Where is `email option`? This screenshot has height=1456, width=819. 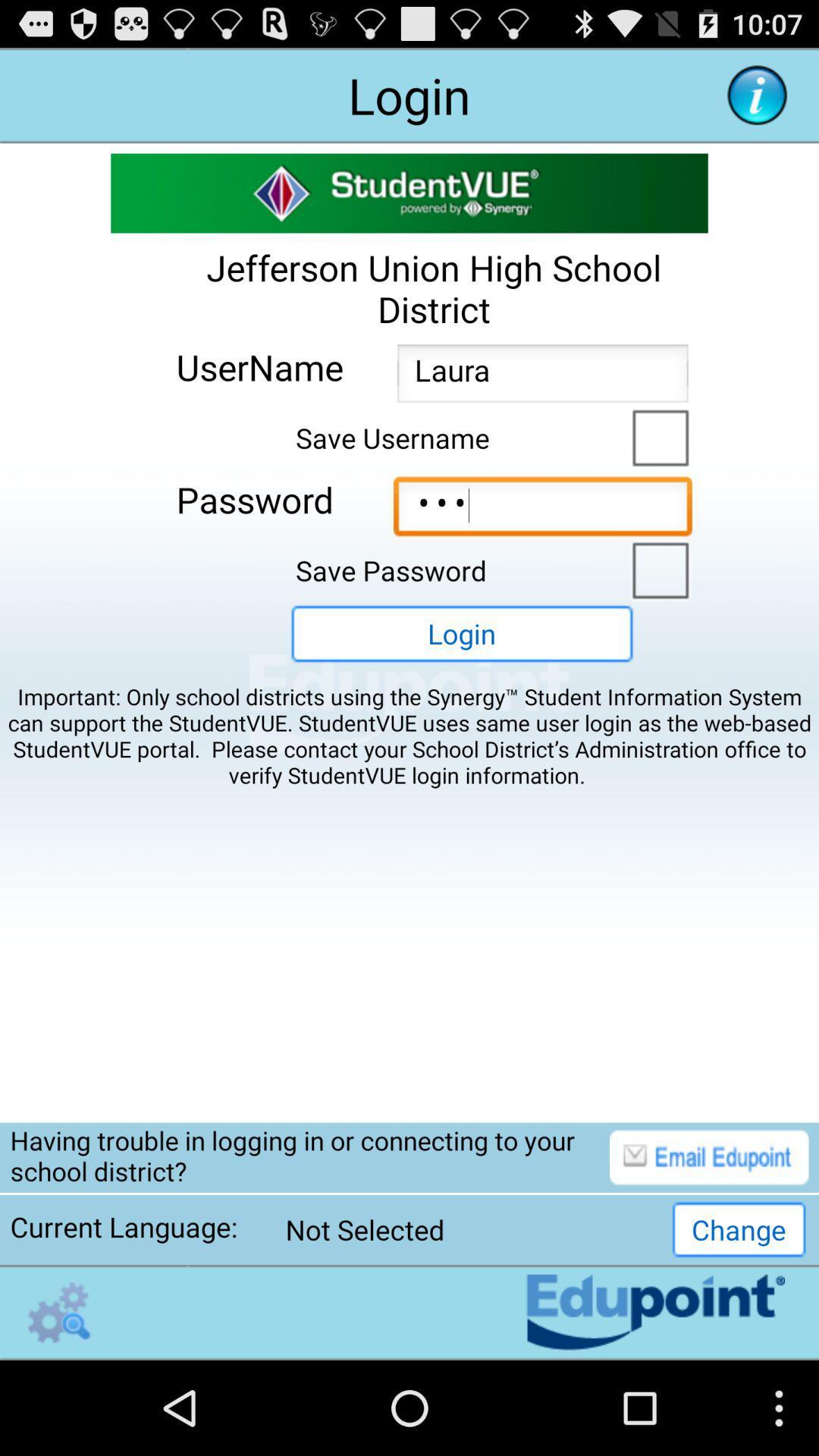
email option is located at coordinates (709, 1156).